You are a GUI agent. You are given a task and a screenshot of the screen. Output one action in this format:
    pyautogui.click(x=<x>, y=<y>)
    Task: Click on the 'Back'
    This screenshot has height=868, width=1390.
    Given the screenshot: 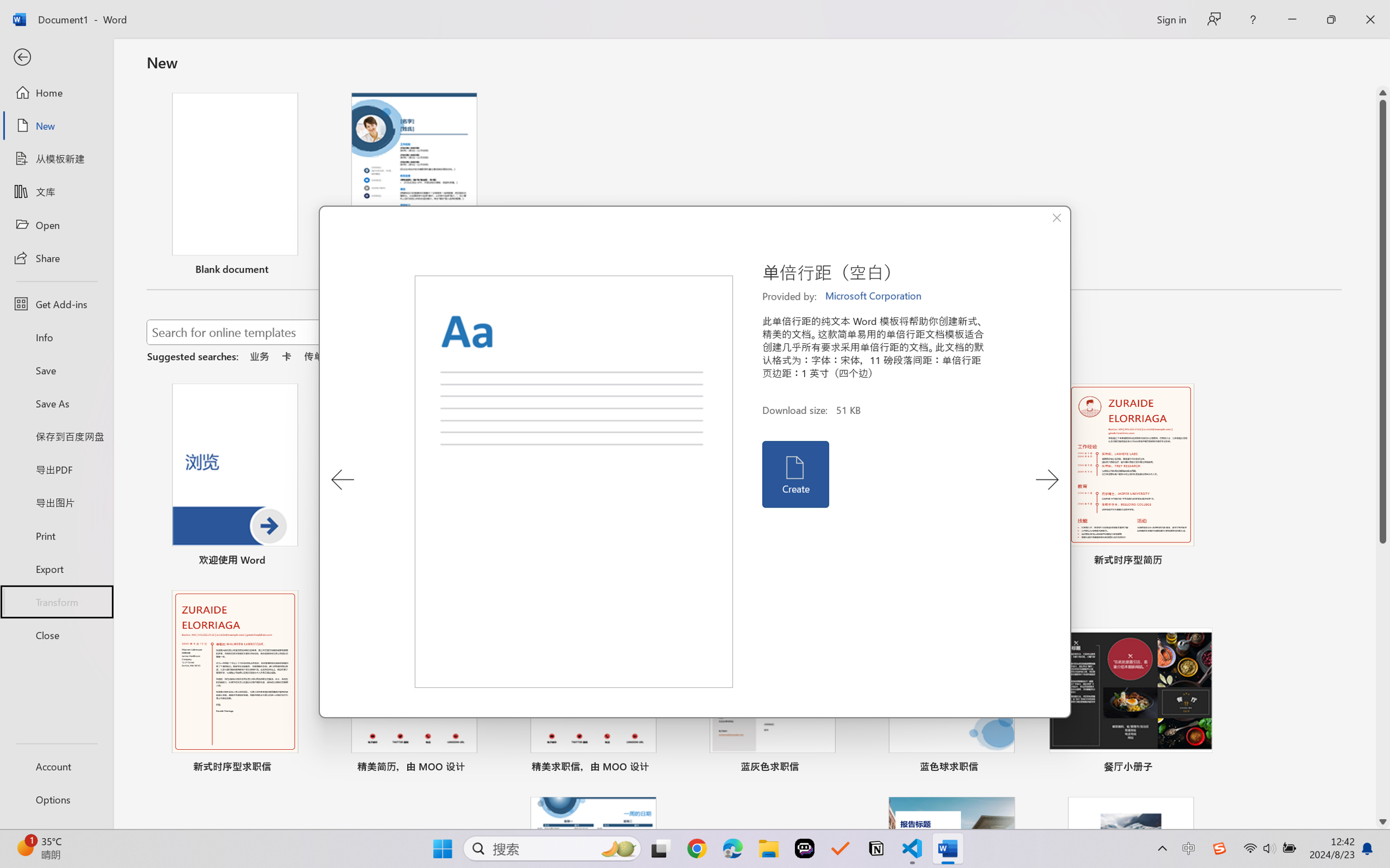 What is the action you would take?
    pyautogui.click(x=56, y=57)
    